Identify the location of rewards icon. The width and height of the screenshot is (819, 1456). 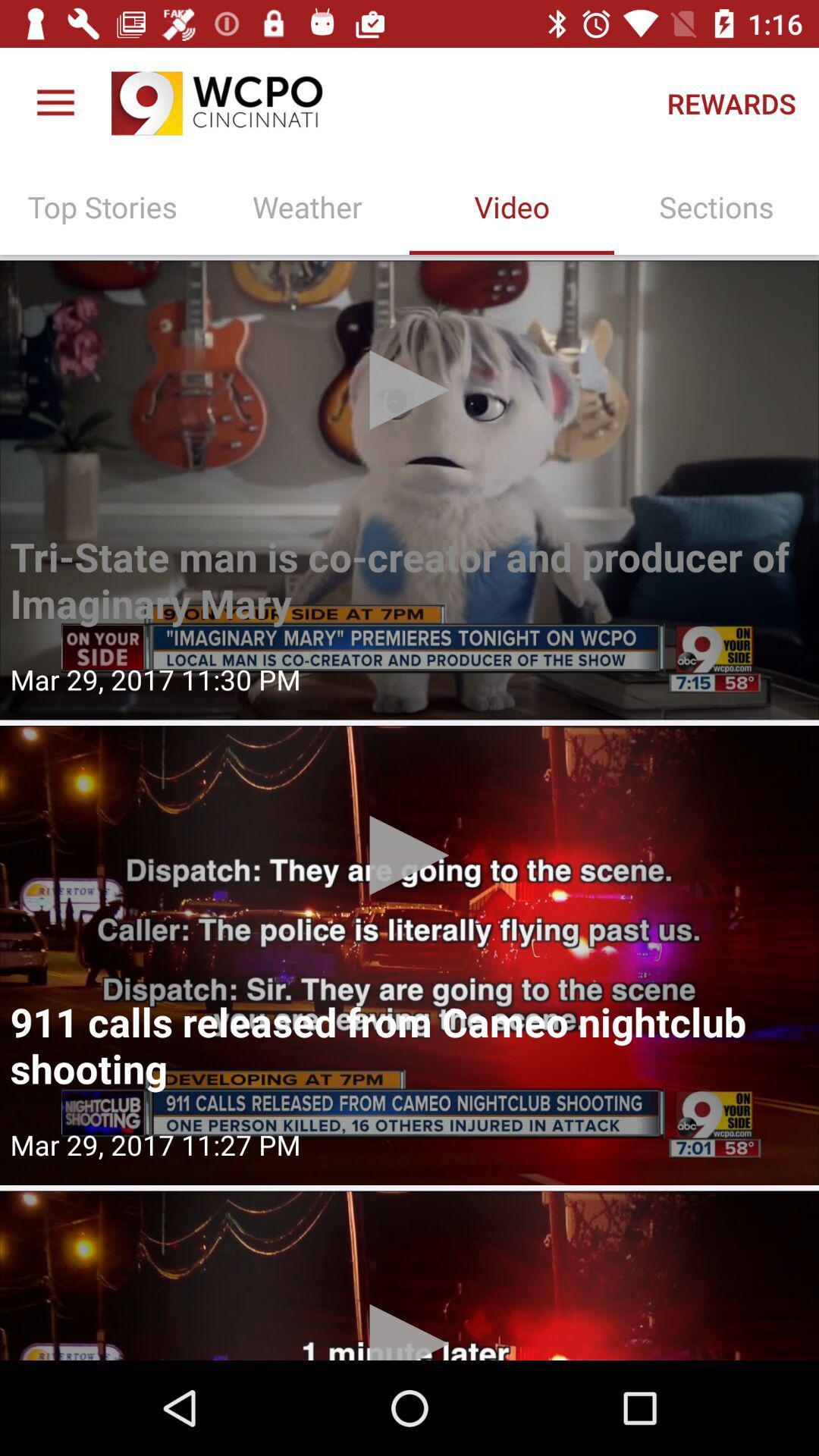
(730, 102).